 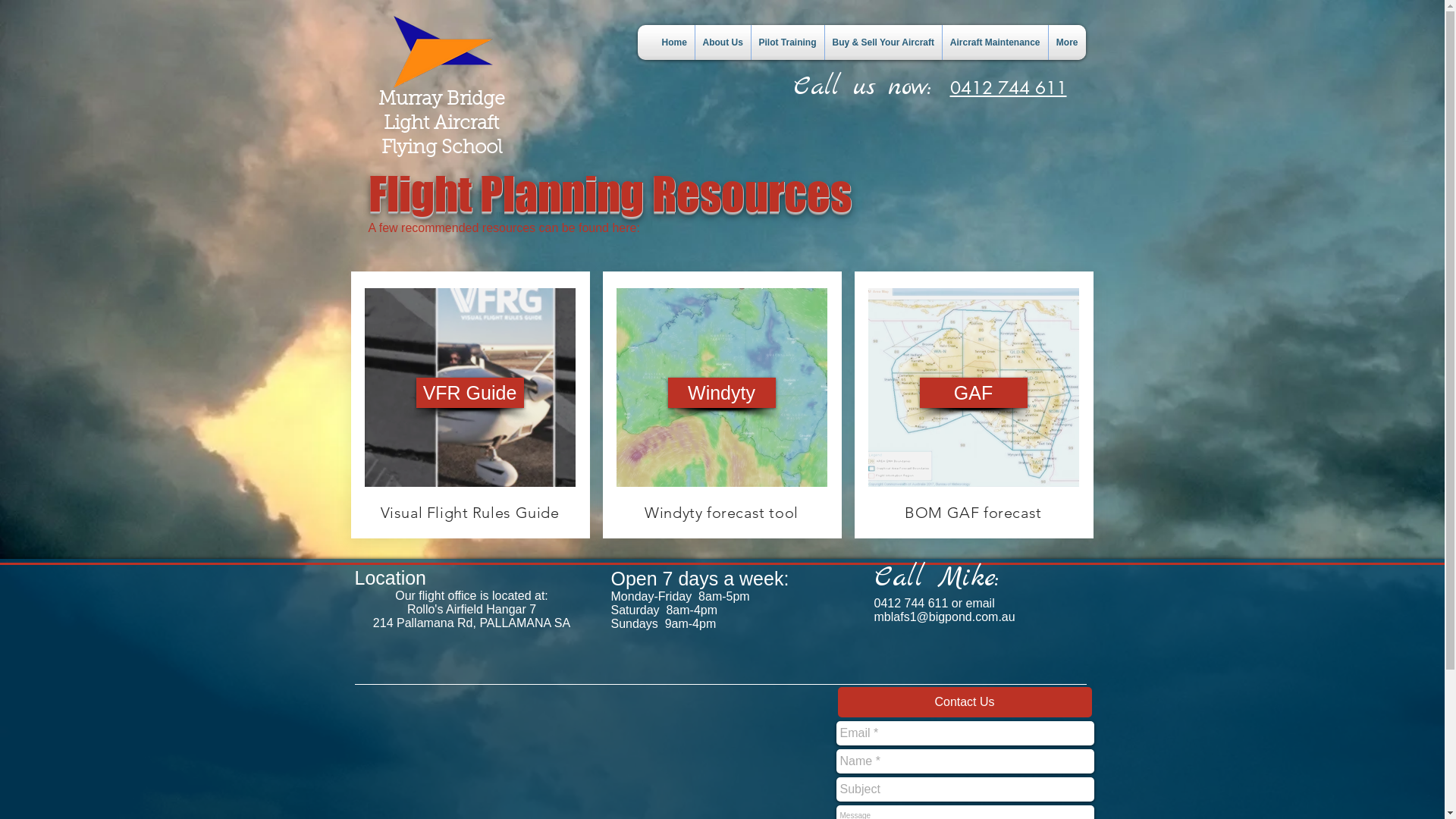 I want to click on '0412 744 611', so click(x=1008, y=87).